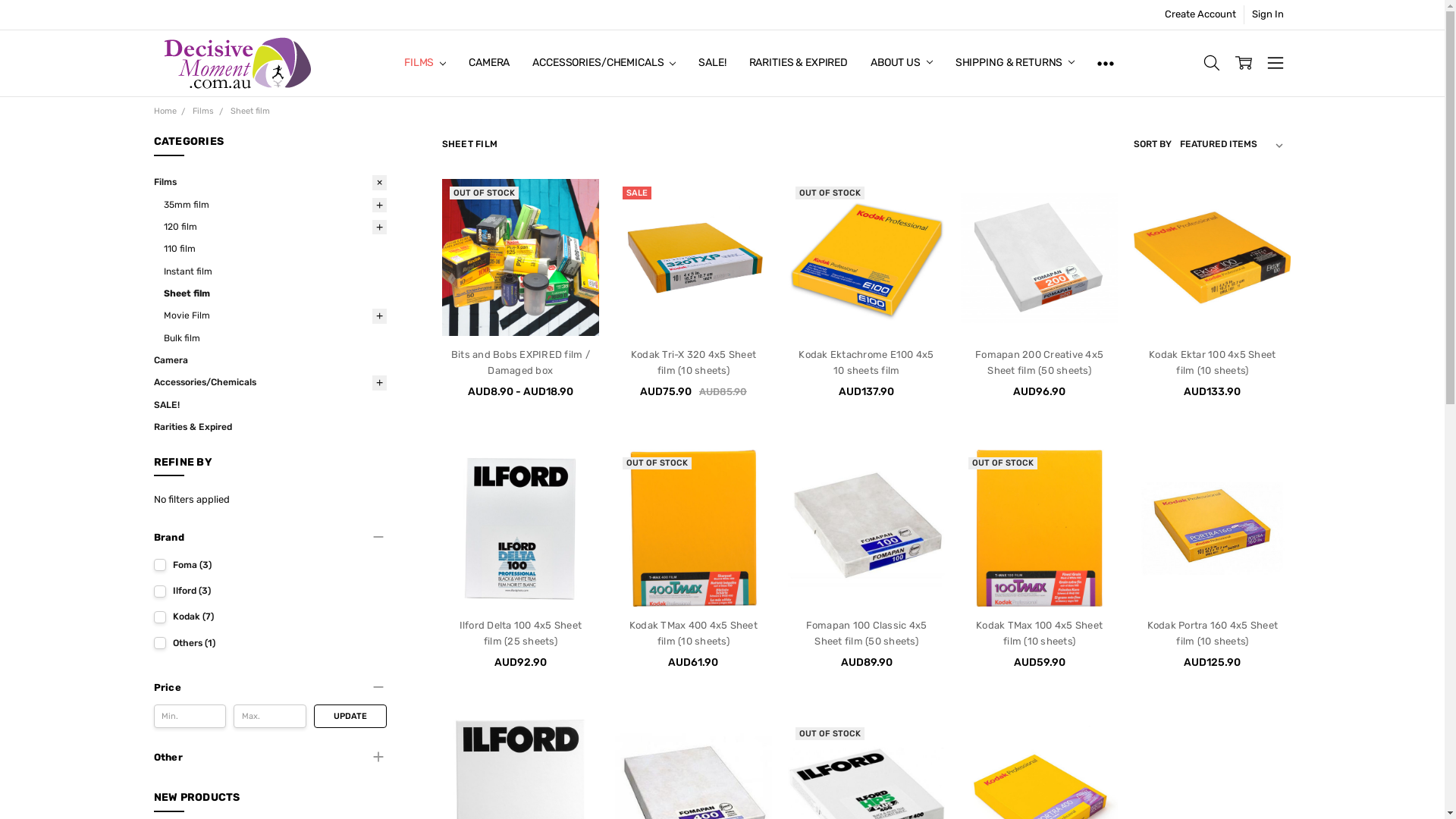 The width and height of the screenshot is (1456, 819). I want to click on 'Kodak TMax 400 4x5 Sheet film (10 sheets)', so click(692, 632).